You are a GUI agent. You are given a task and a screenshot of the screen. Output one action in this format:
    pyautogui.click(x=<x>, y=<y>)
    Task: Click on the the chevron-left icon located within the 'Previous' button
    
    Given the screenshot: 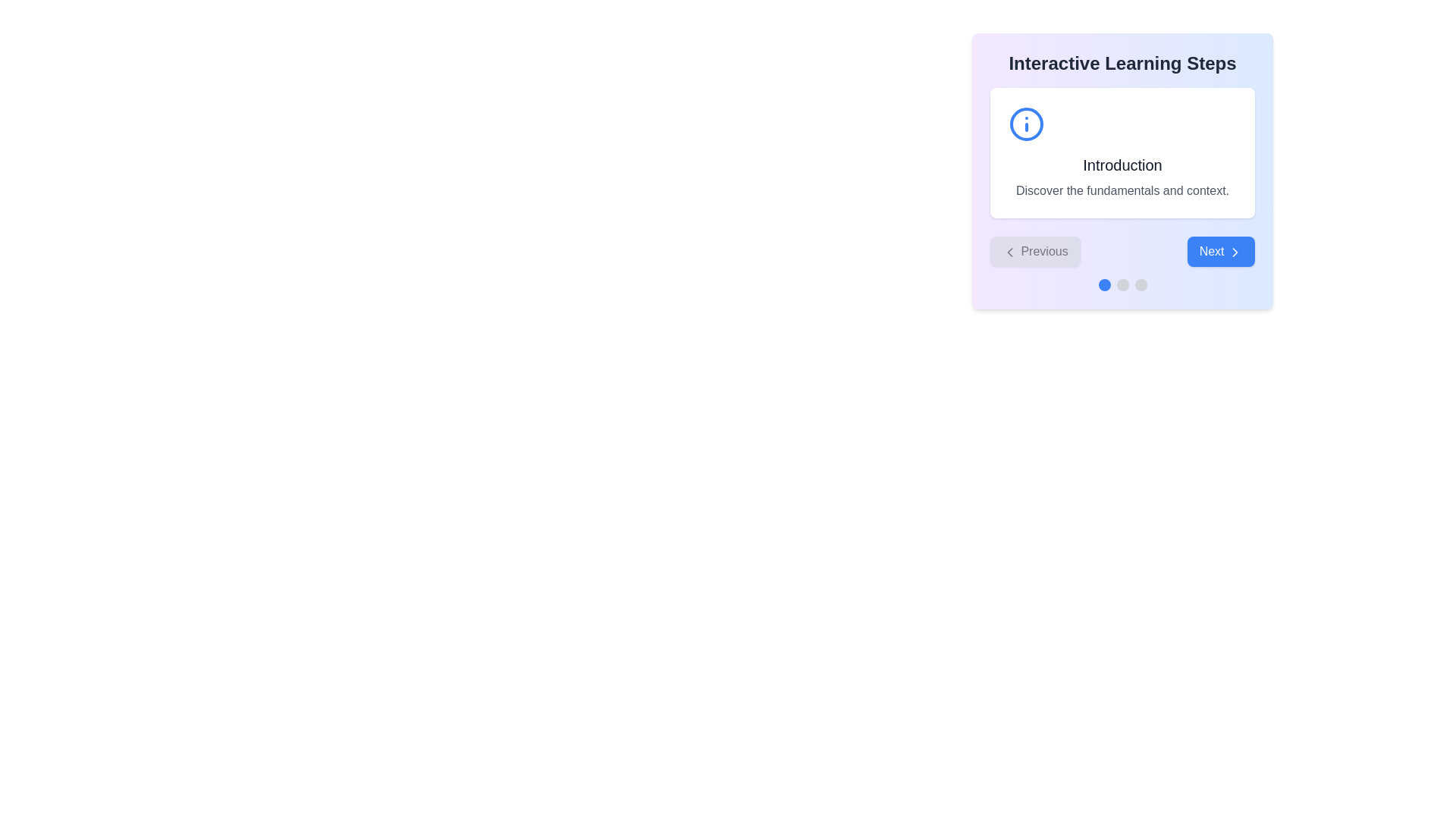 What is the action you would take?
    pyautogui.click(x=1009, y=250)
    